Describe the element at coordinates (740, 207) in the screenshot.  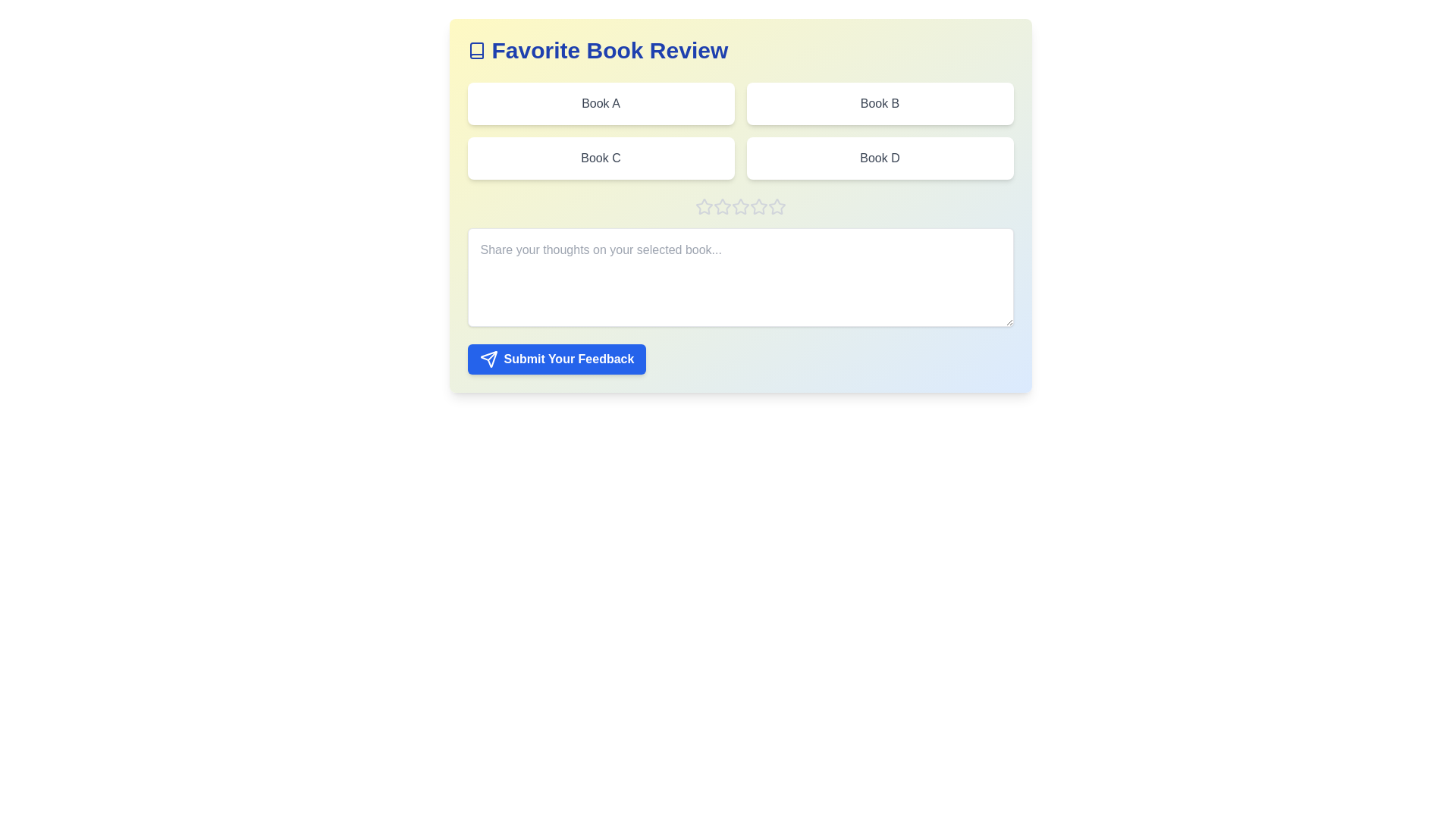
I see `the book rating to 3 stars` at that location.